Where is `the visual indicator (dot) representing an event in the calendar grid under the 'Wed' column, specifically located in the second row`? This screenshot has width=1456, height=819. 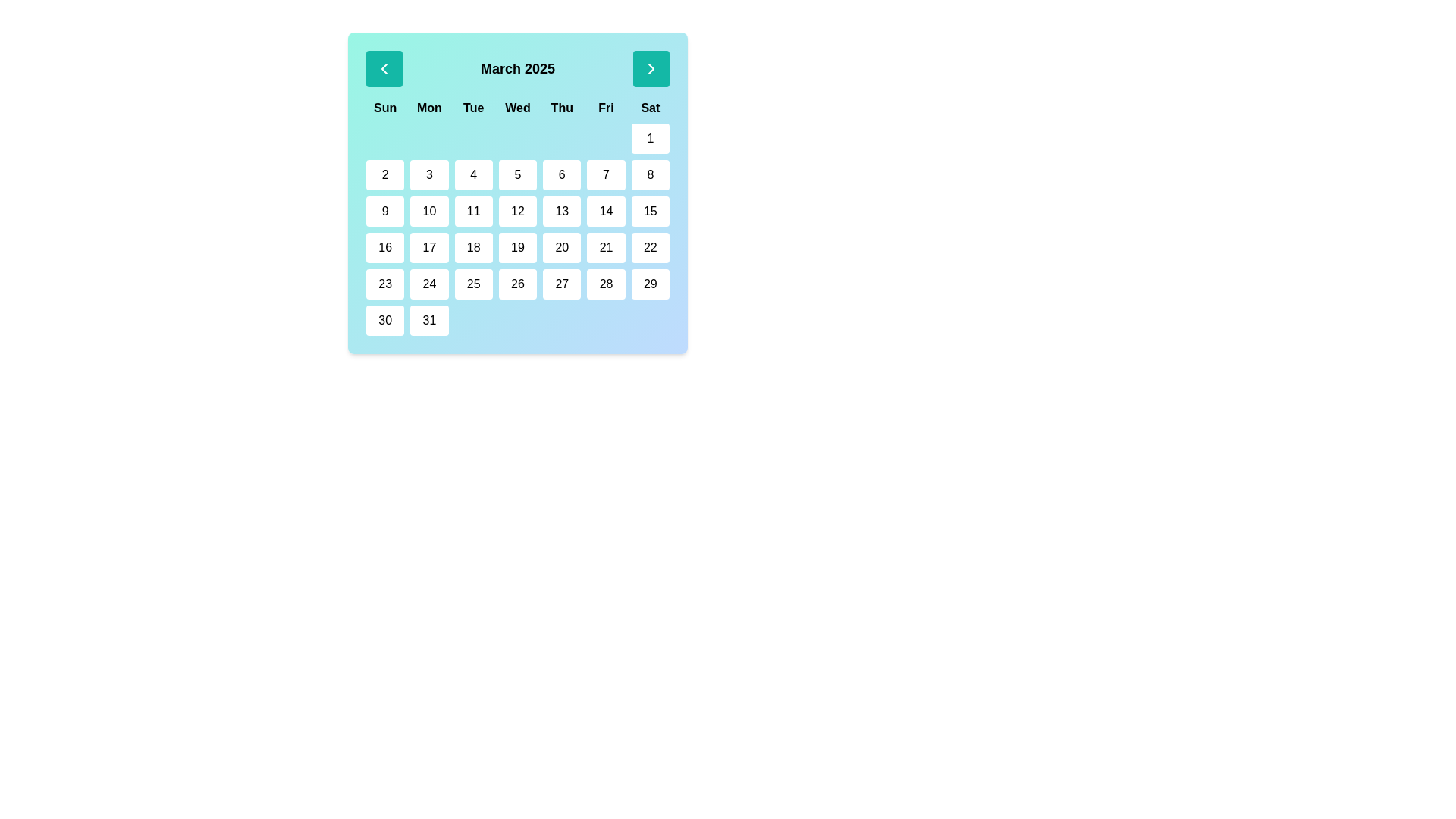
the visual indicator (dot) representing an event in the calendar grid under the 'Wed' column, specifically located in the second row is located at coordinates (517, 138).